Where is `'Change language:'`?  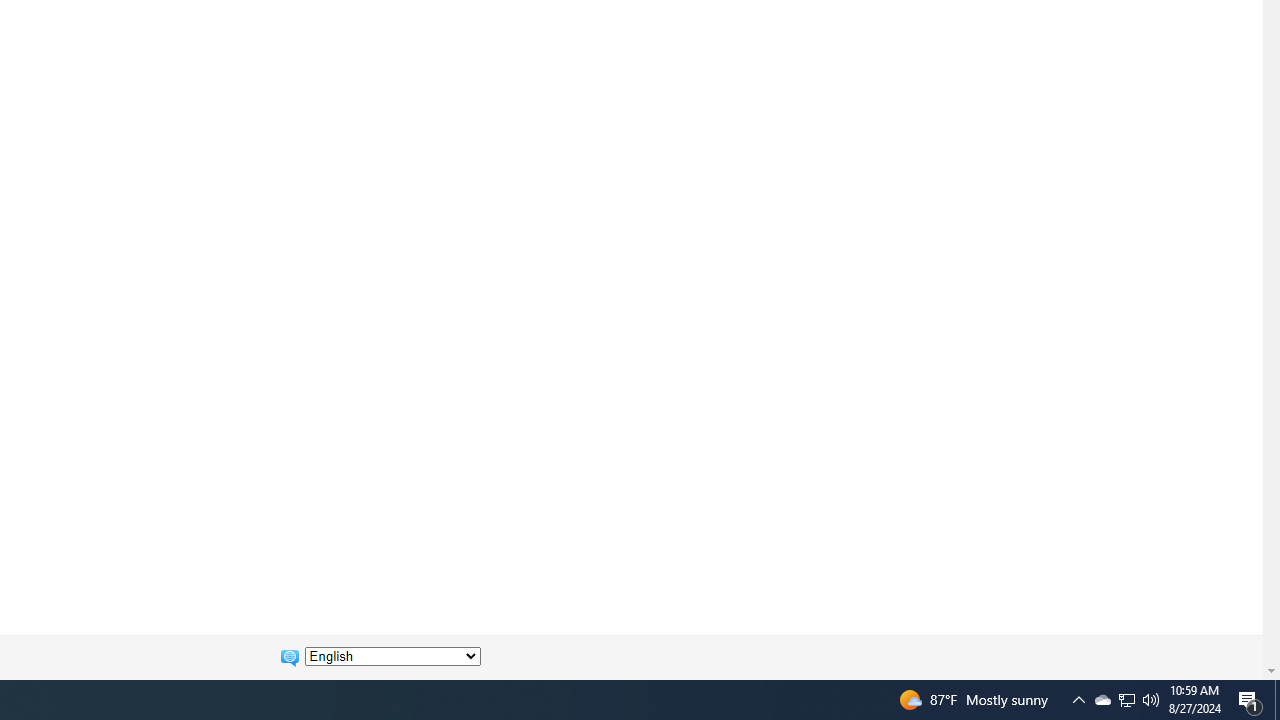
'Change language:' is located at coordinates (392, 656).